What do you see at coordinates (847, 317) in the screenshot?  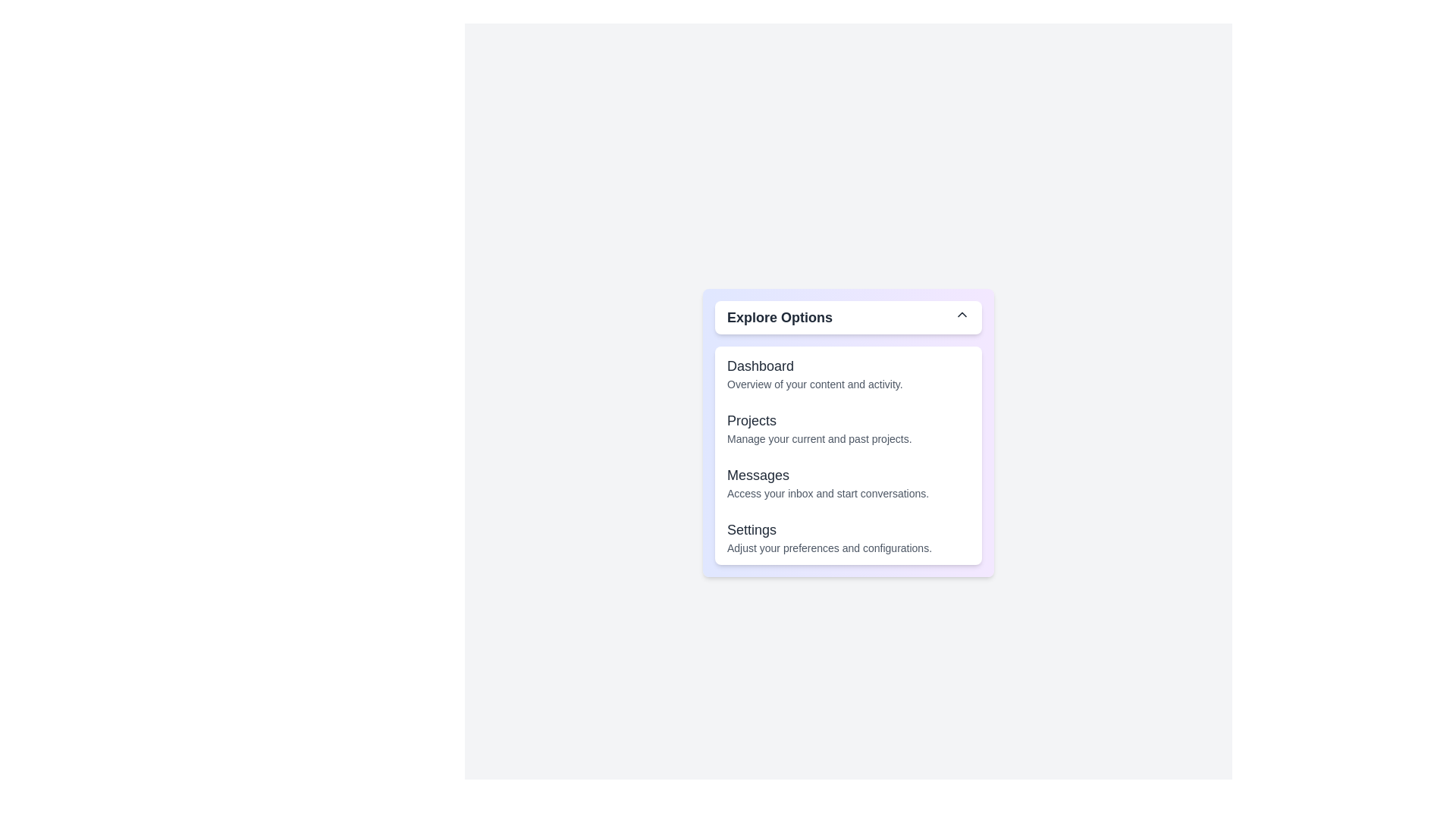 I see `the dropdown button to toggle the menu visibility` at bounding box center [847, 317].